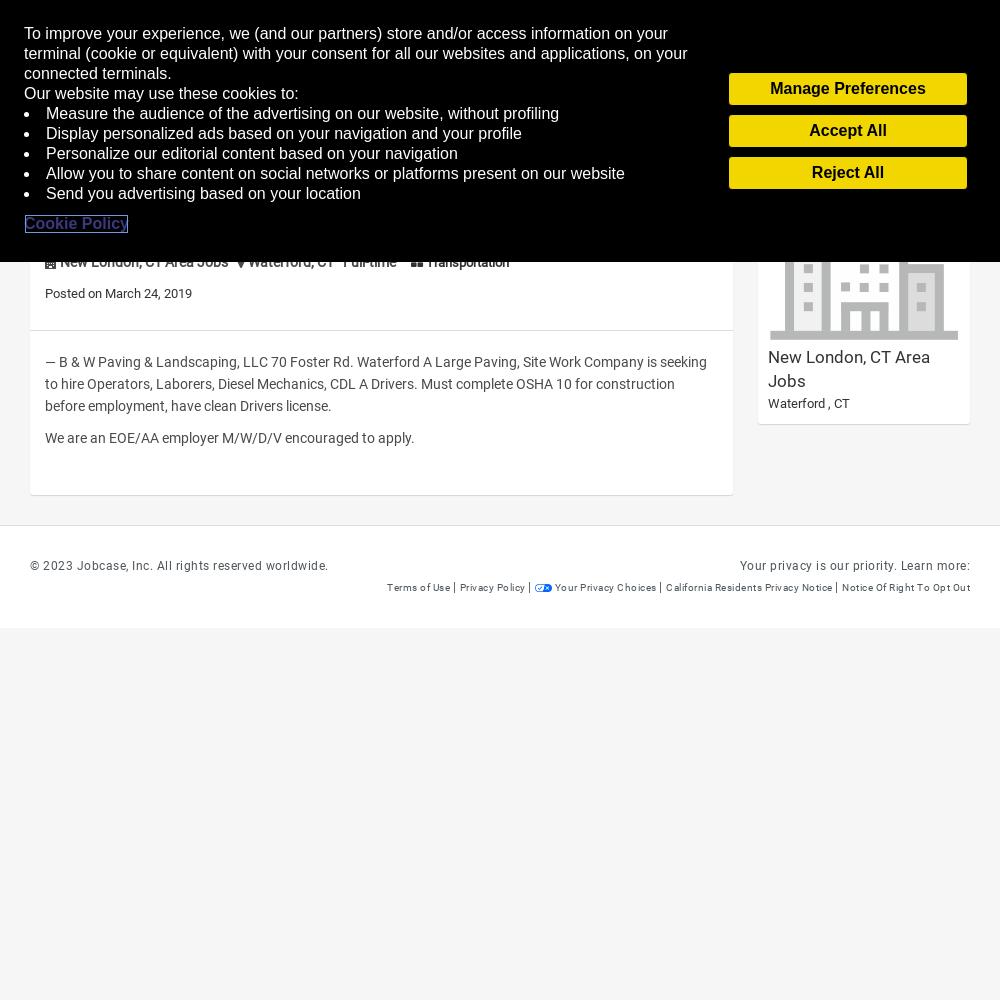  I want to click on 'Your Privacy Choices', so click(604, 586).